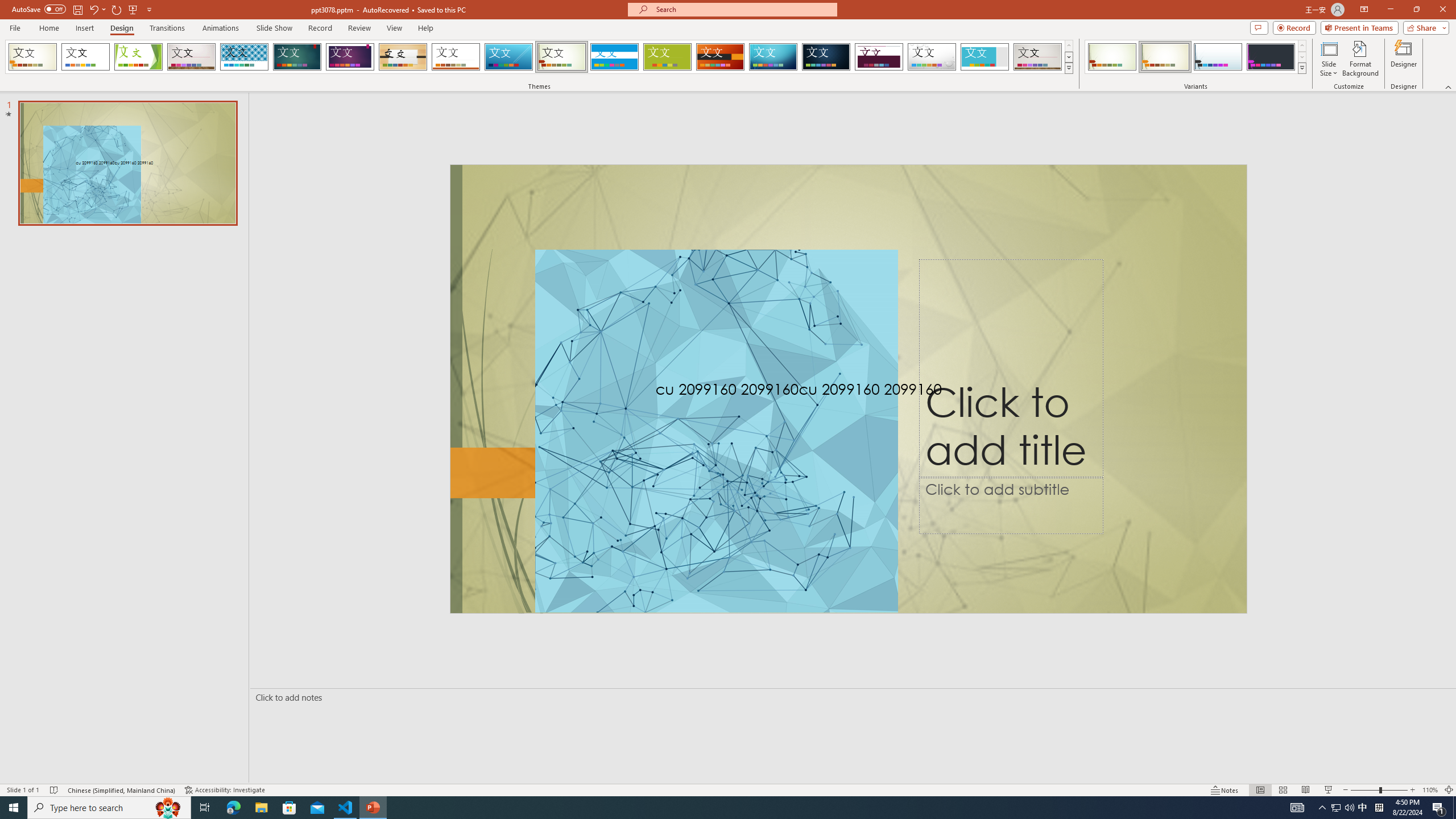 The height and width of the screenshot is (819, 1456). Describe the element at coordinates (296, 56) in the screenshot. I see `'Ion Loading Preview...'` at that location.